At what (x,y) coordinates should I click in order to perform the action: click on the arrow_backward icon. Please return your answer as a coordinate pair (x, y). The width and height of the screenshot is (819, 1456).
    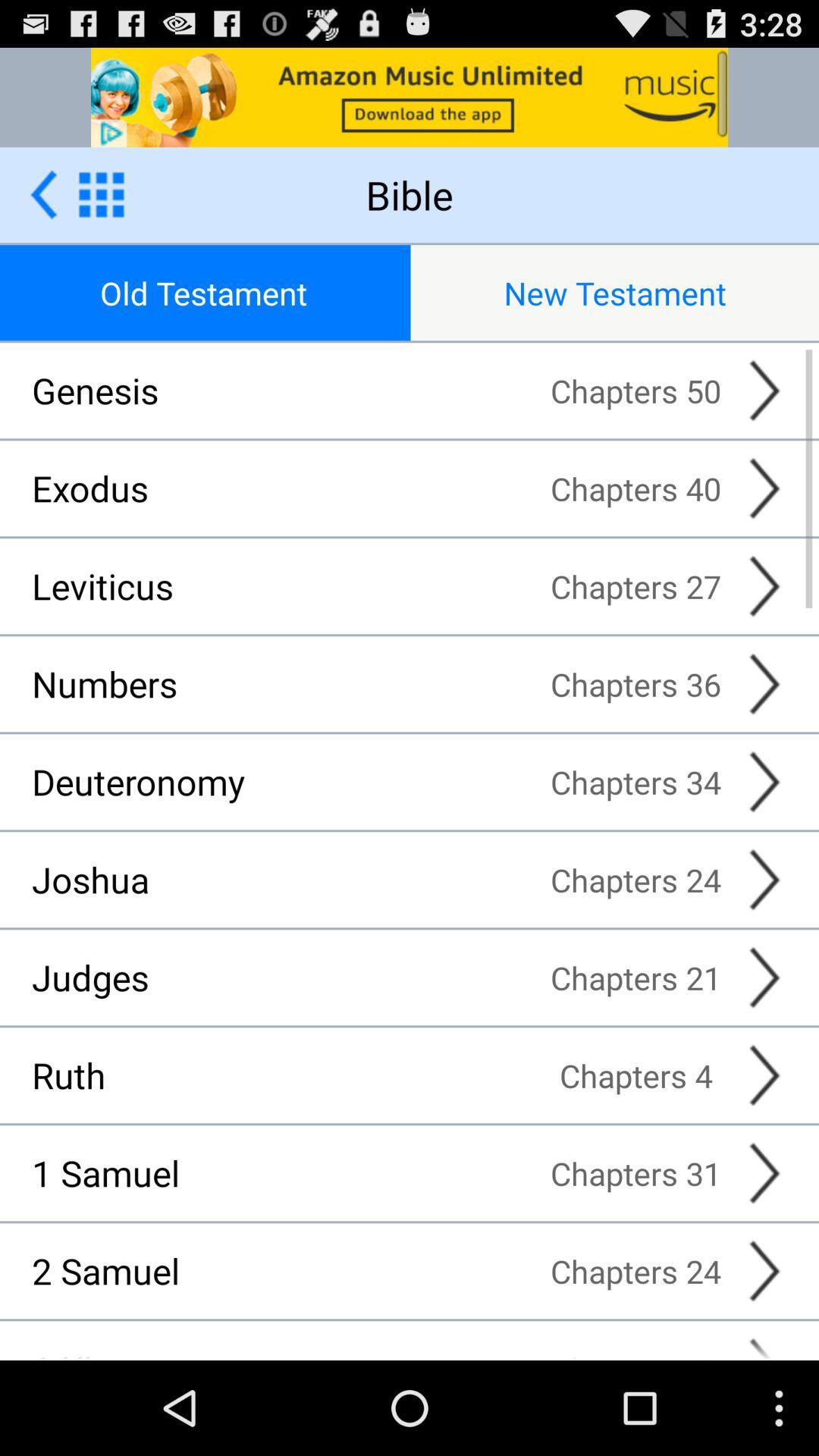
    Looking at the image, I should click on (42, 207).